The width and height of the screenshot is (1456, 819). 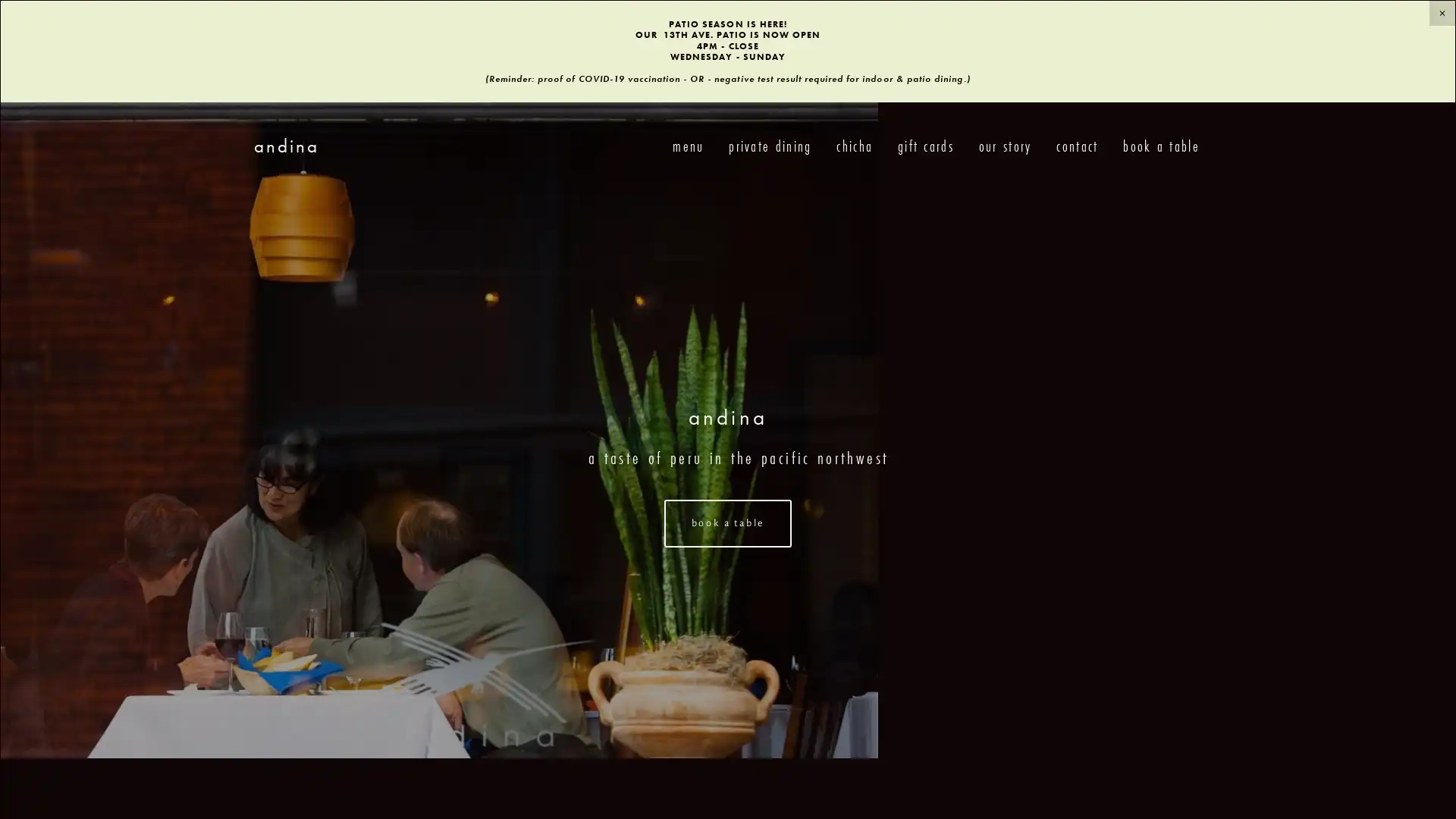 I want to click on Close Announcement, so click(x=1441, y=13).